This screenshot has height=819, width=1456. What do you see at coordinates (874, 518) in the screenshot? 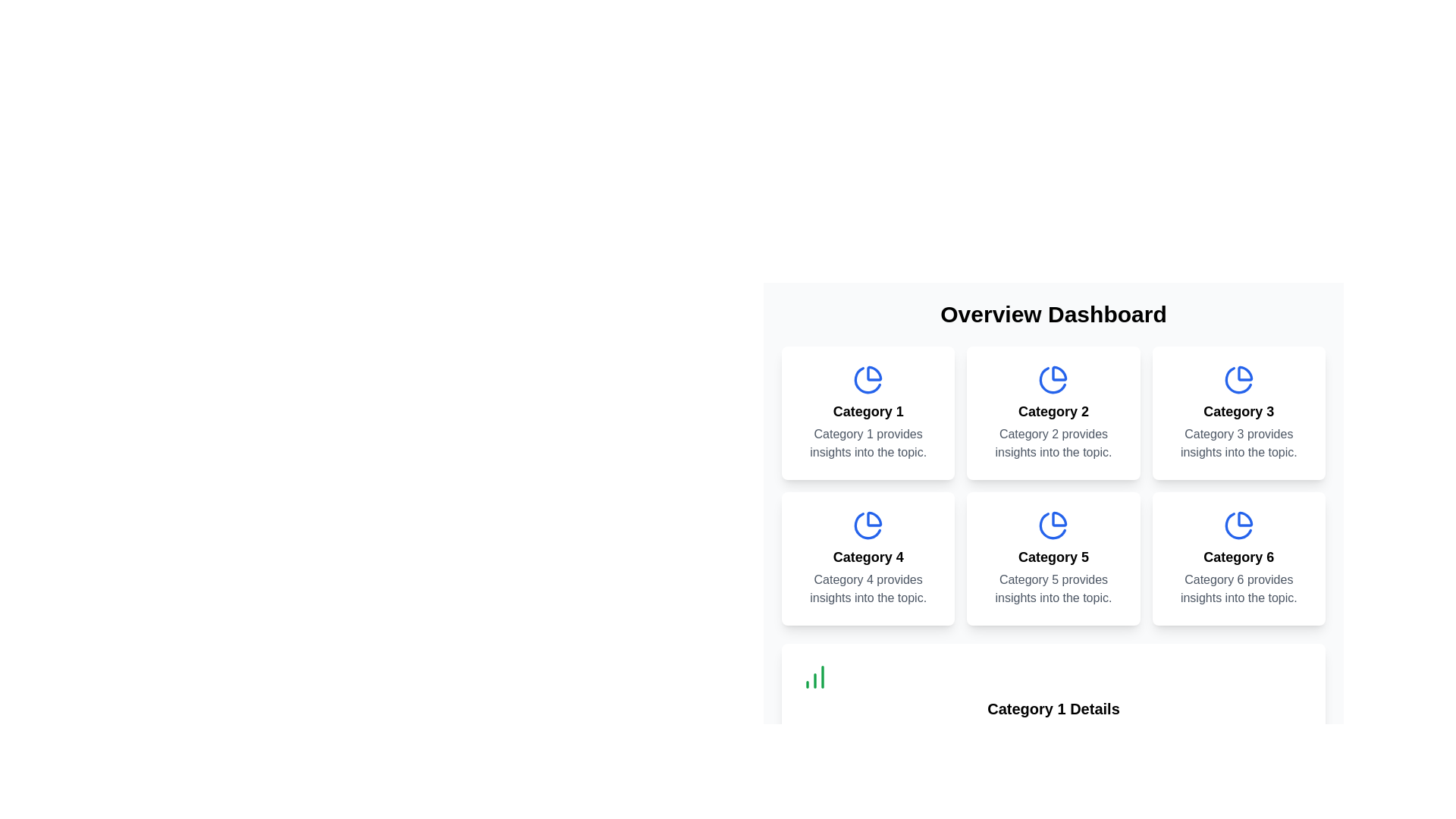
I see `the pie chart wedge element with a blue outline located in the upper-left portion of the Category 4 card on the dashboard` at bounding box center [874, 518].